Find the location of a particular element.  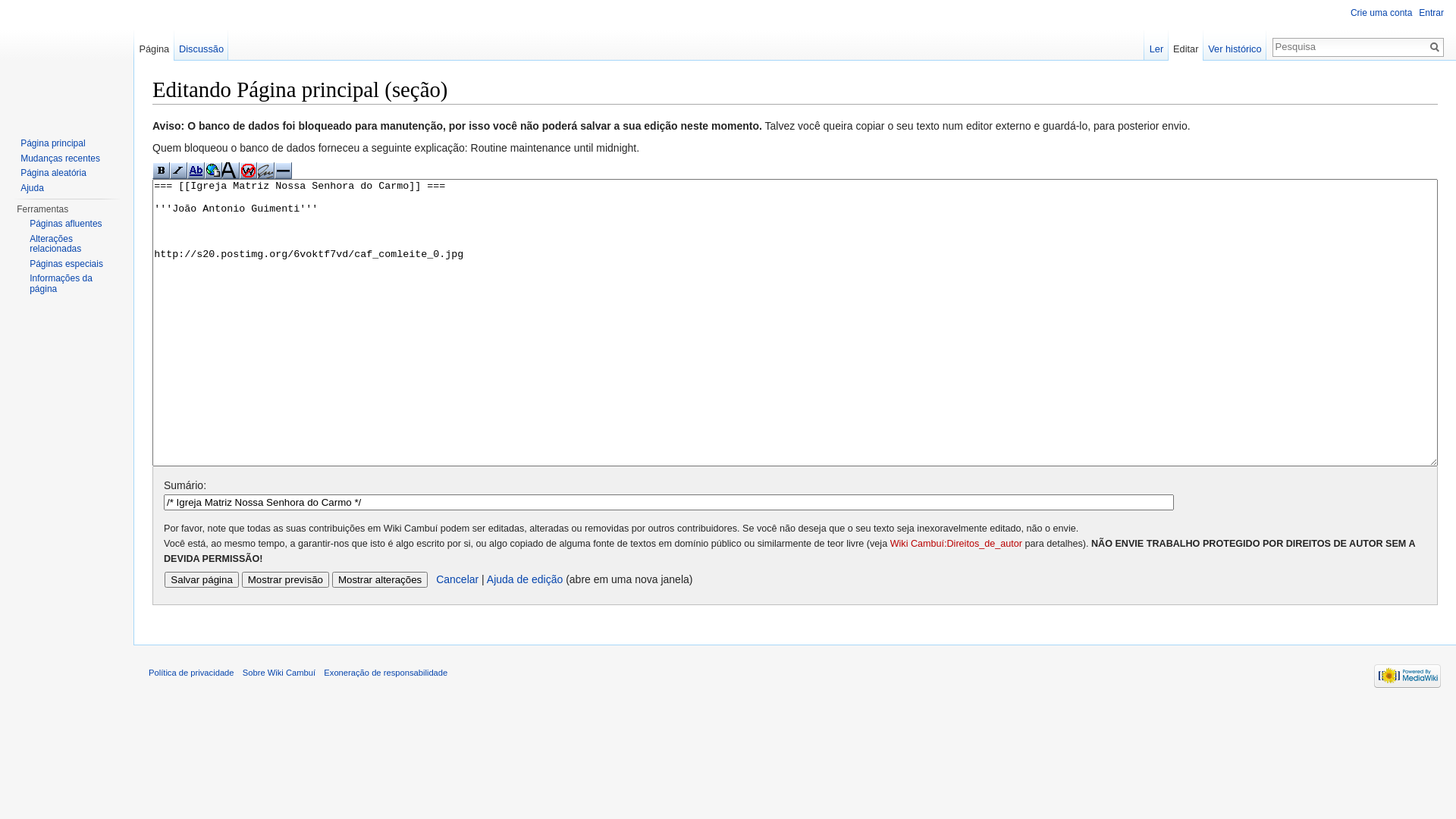

'Link interno' is located at coordinates (195, 170).